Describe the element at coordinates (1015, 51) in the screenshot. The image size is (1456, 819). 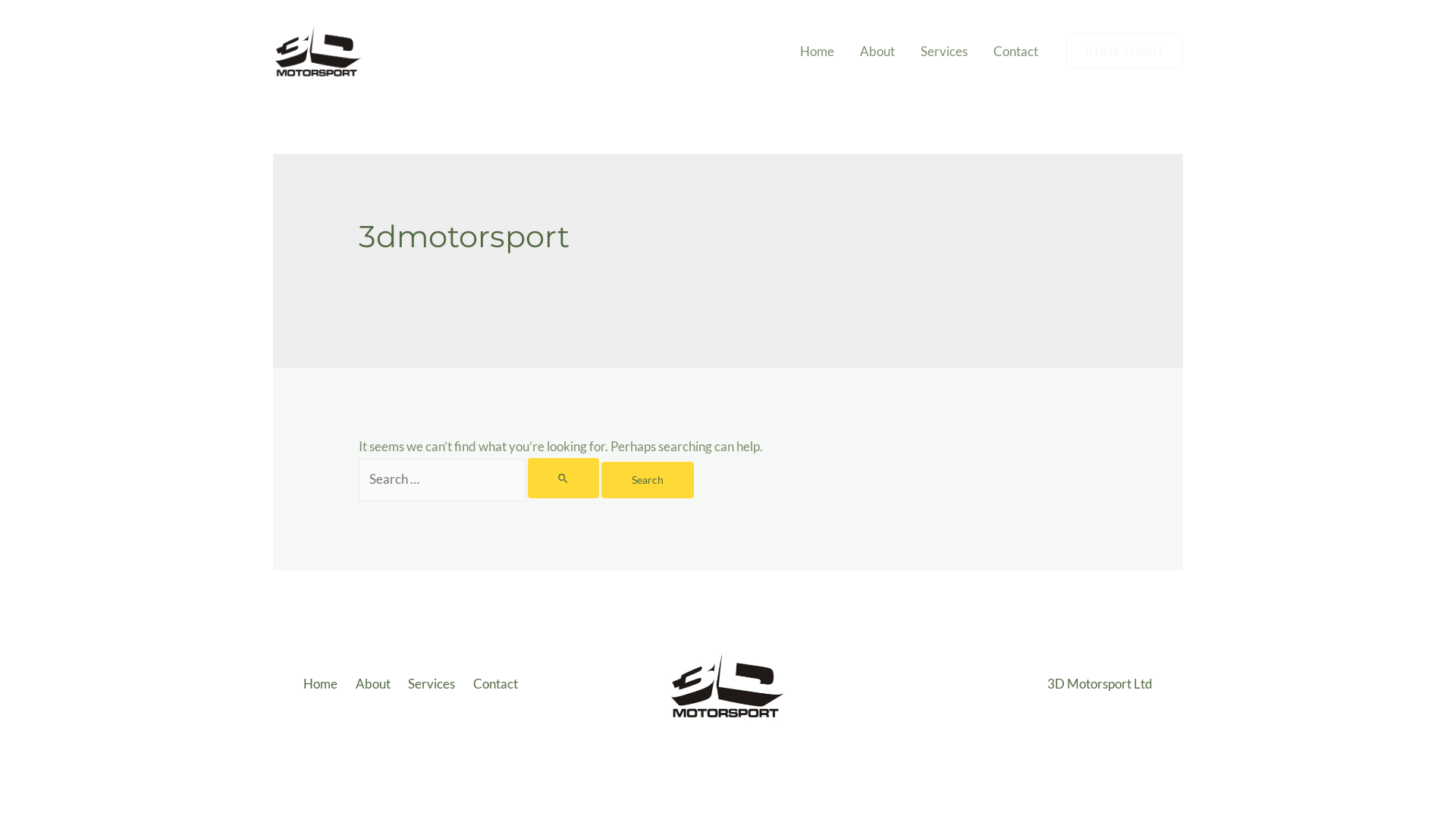
I see `'Contact'` at that location.